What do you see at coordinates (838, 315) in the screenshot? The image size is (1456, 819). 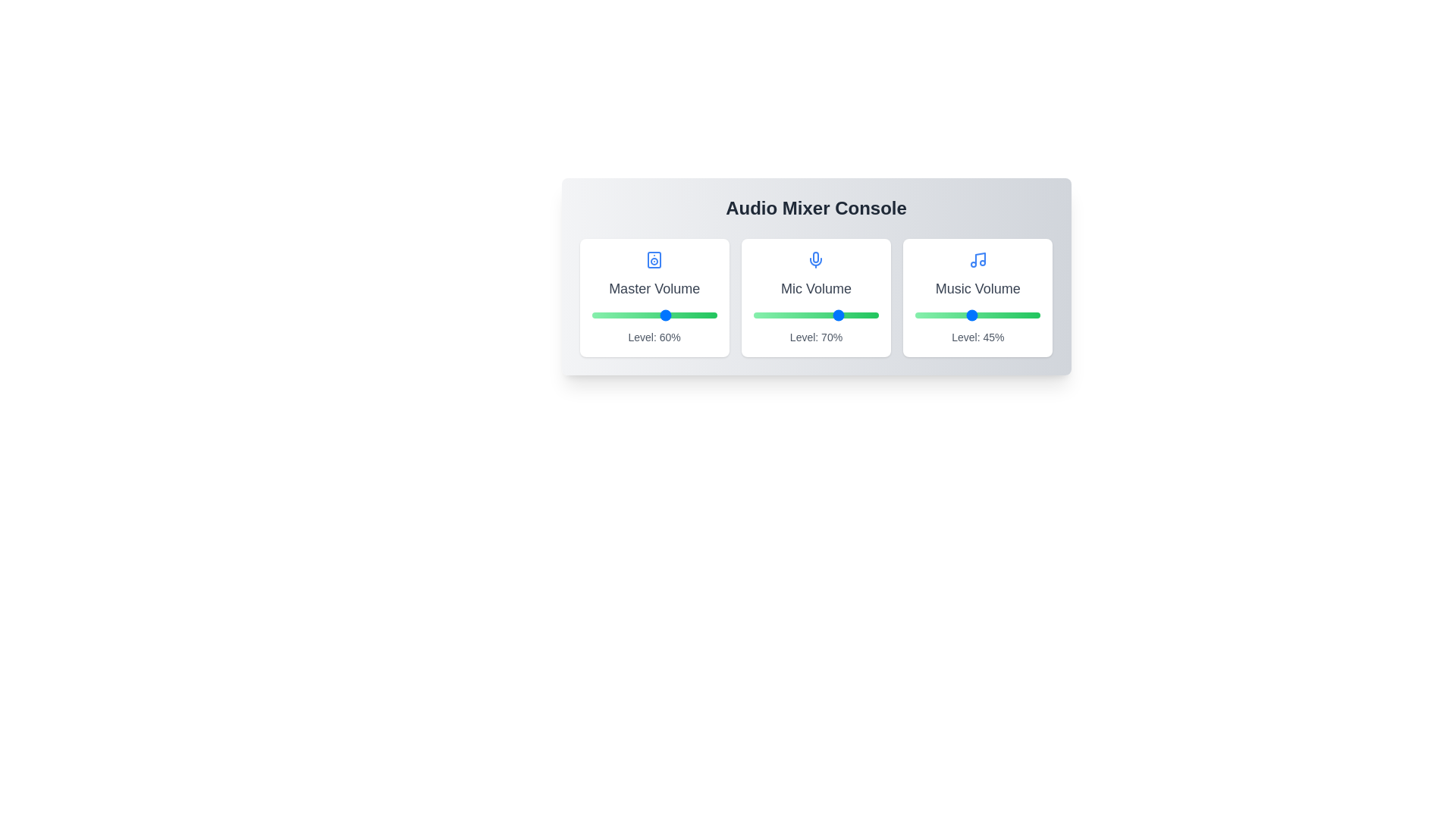 I see `the Mic Volume slider to 68%` at bounding box center [838, 315].